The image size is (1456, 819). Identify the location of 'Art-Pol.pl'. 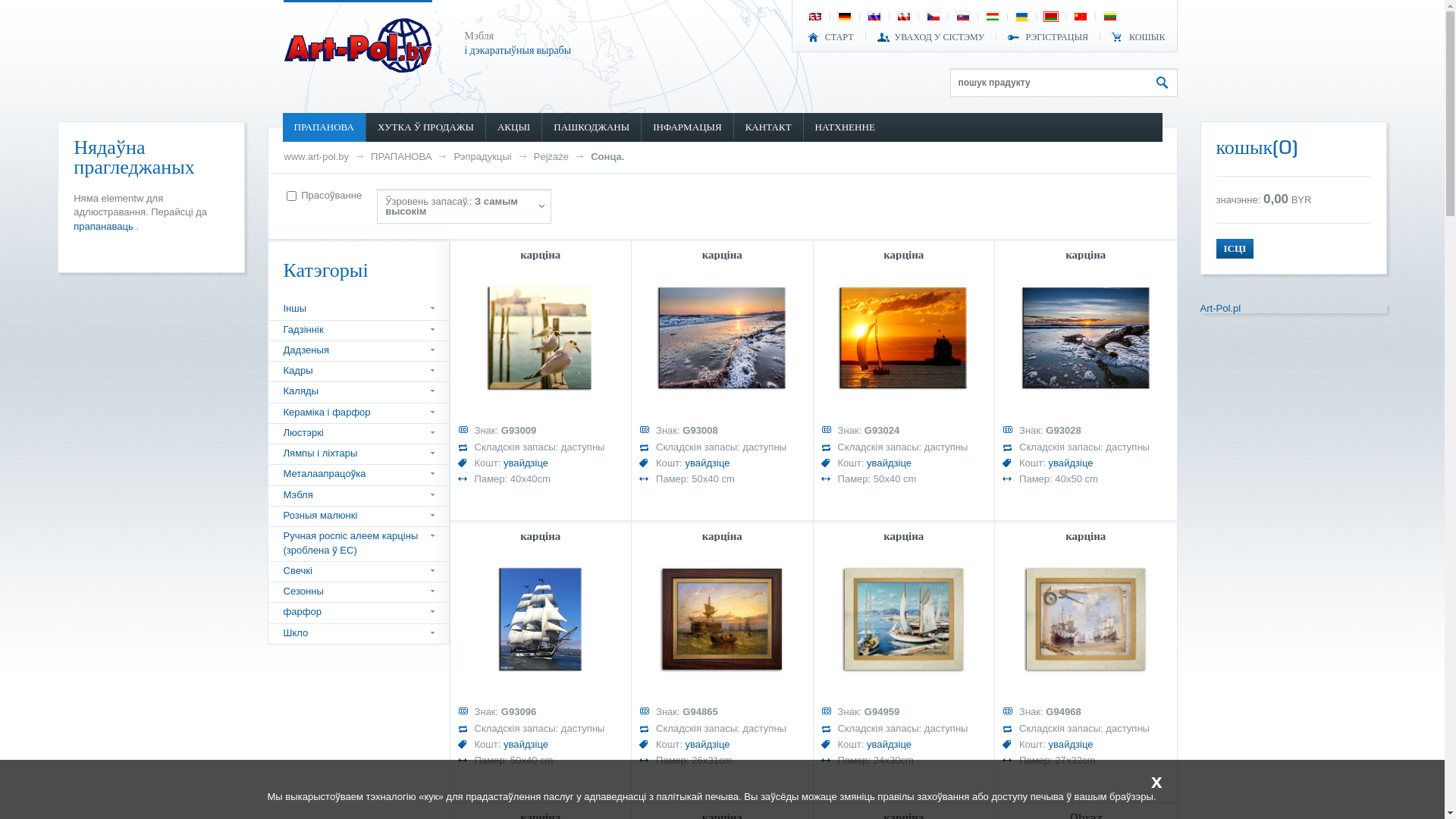
(1219, 307).